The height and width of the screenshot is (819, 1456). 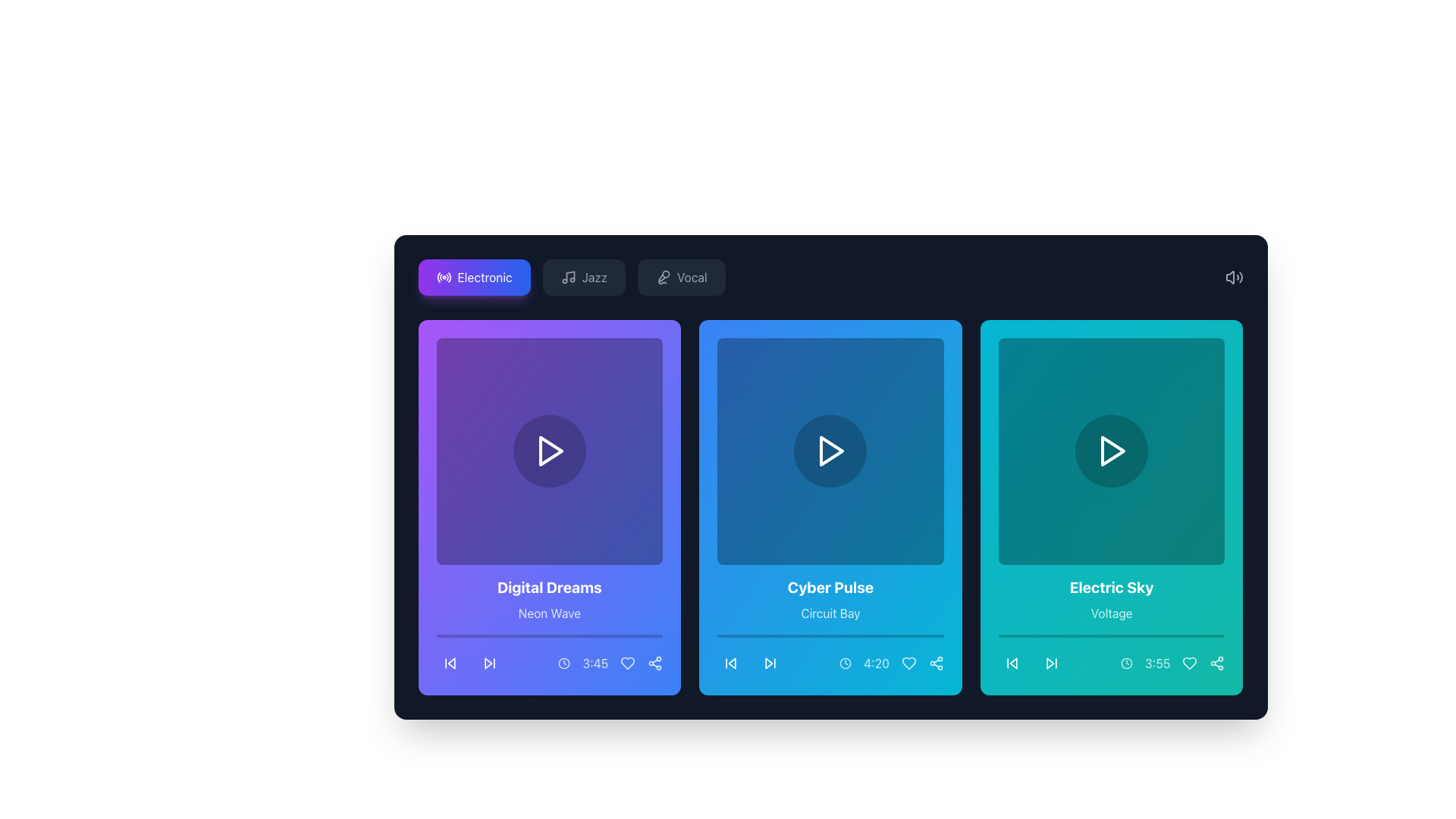 What do you see at coordinates (1217, 662) in the screenshot?
I see `the share icon, which is represented by three interconnected circles in a triangular pattern, located on the bottom right of the card labeled 'Electric Sky', to initiate a sharing action` at bounding box center [1217, 662].